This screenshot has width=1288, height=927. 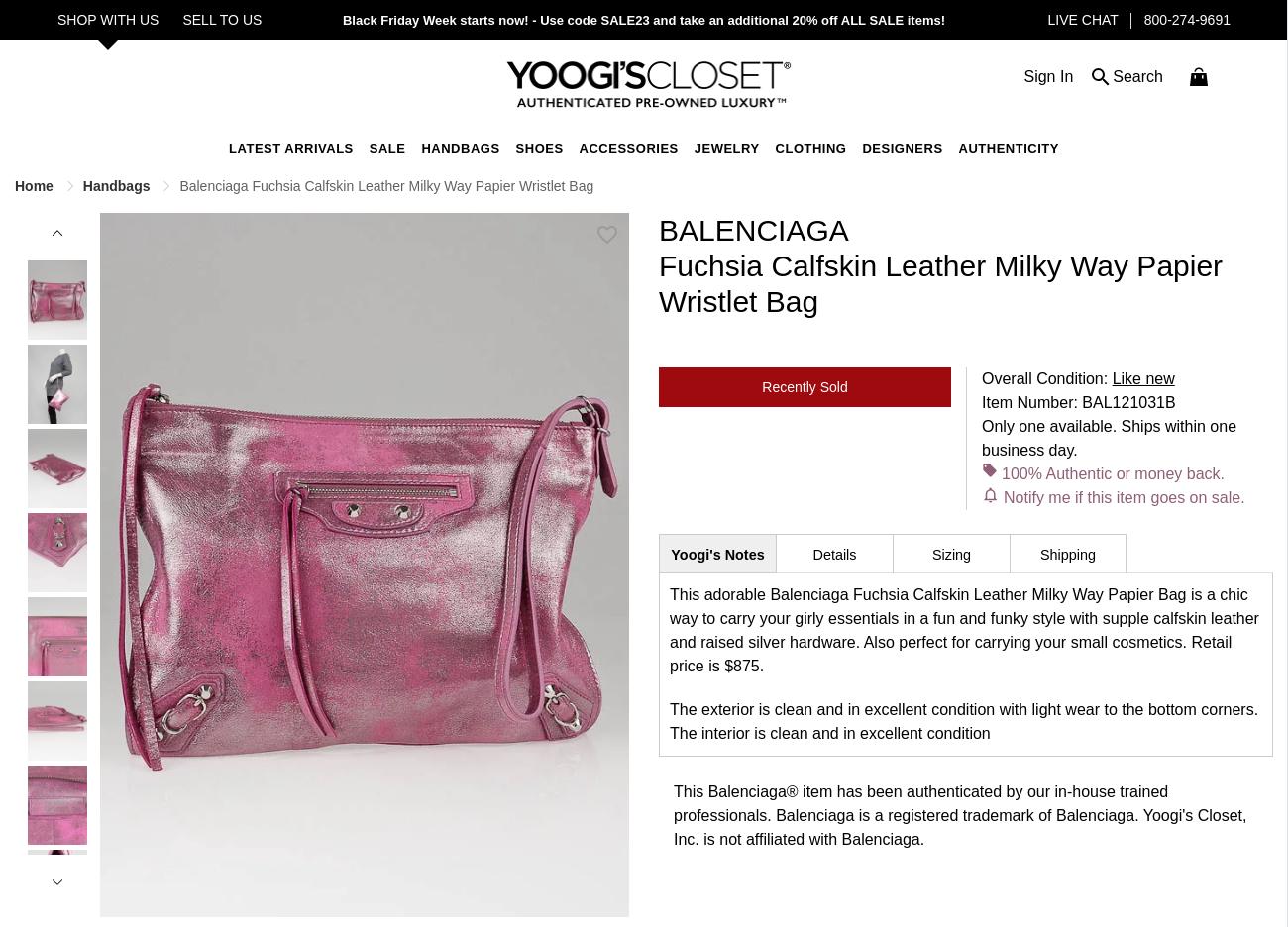 I want to click on 'The exterior is clean and in excellent condition with light wear to the bottom corners. The interior is clean and in excellent condition', so click(x=964, y=719).